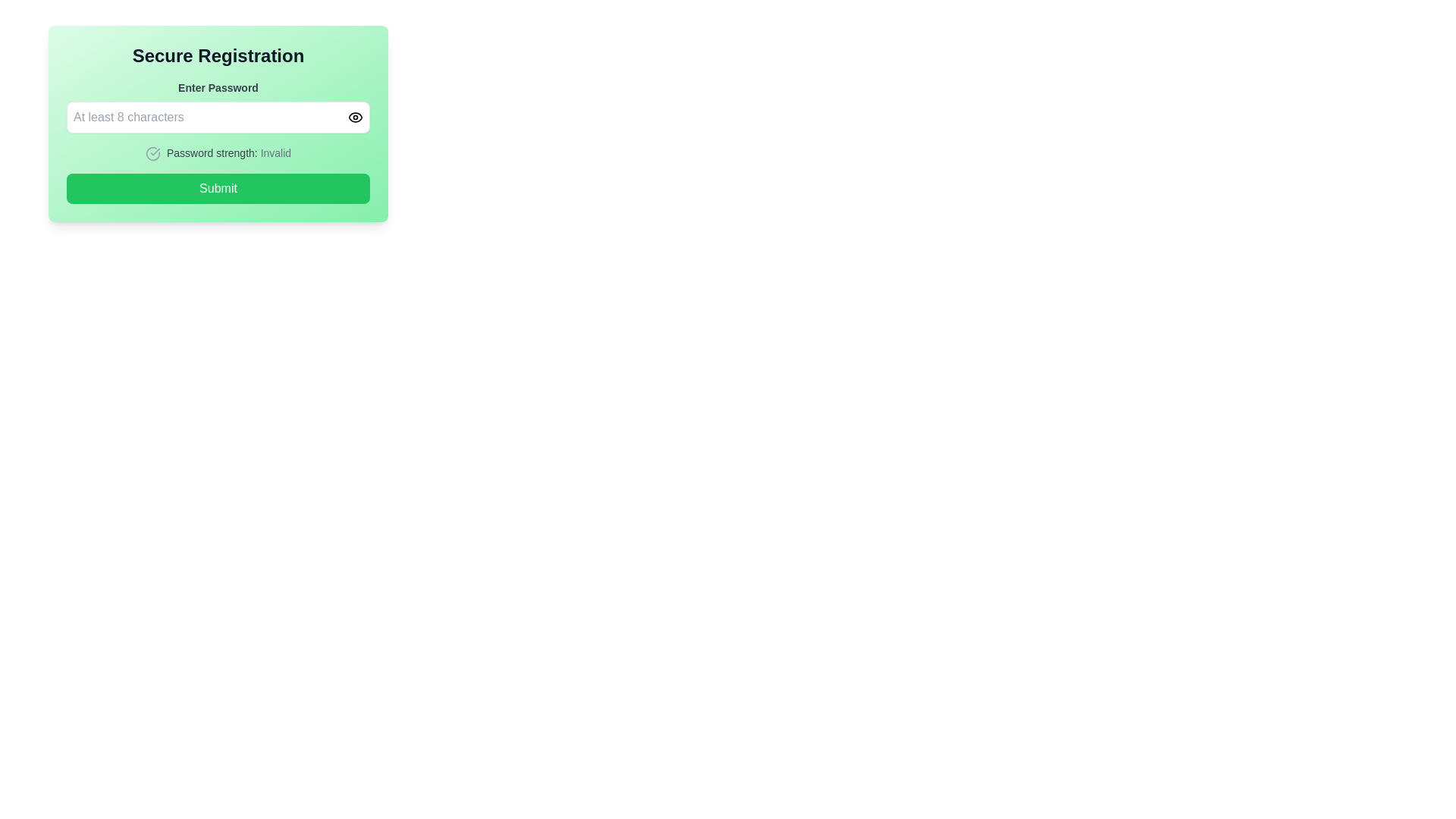  What do you see at coordinates (355, 116) in the screenshot?
I see `the eye icon button located to the right of the password input field` at bounding box center [355, 116].